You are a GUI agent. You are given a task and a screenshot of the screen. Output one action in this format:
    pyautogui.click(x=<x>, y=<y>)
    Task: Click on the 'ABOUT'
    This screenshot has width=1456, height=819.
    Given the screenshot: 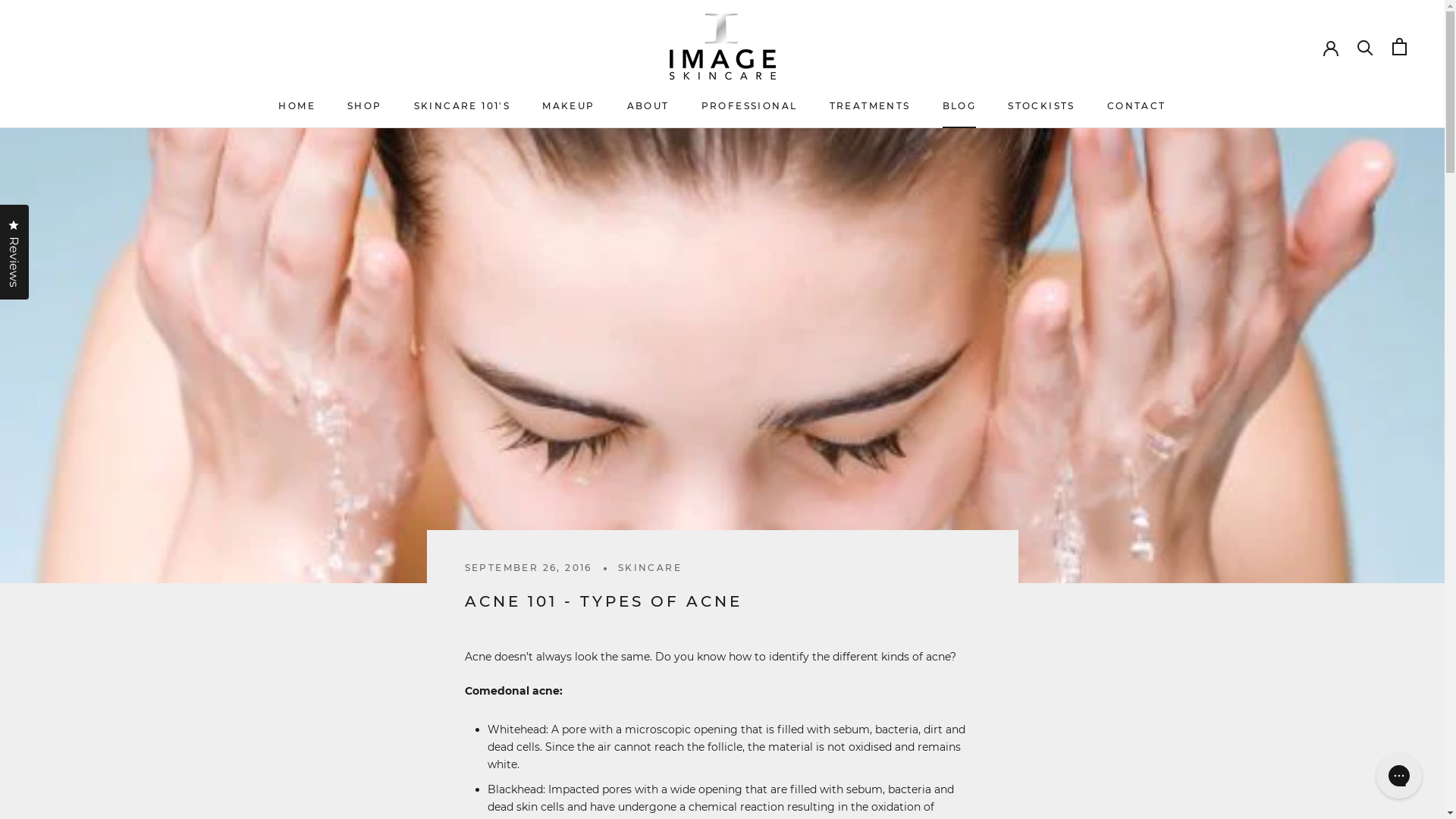 What is the action you would take?
    pyautogui.click(x=648, y=105)
    